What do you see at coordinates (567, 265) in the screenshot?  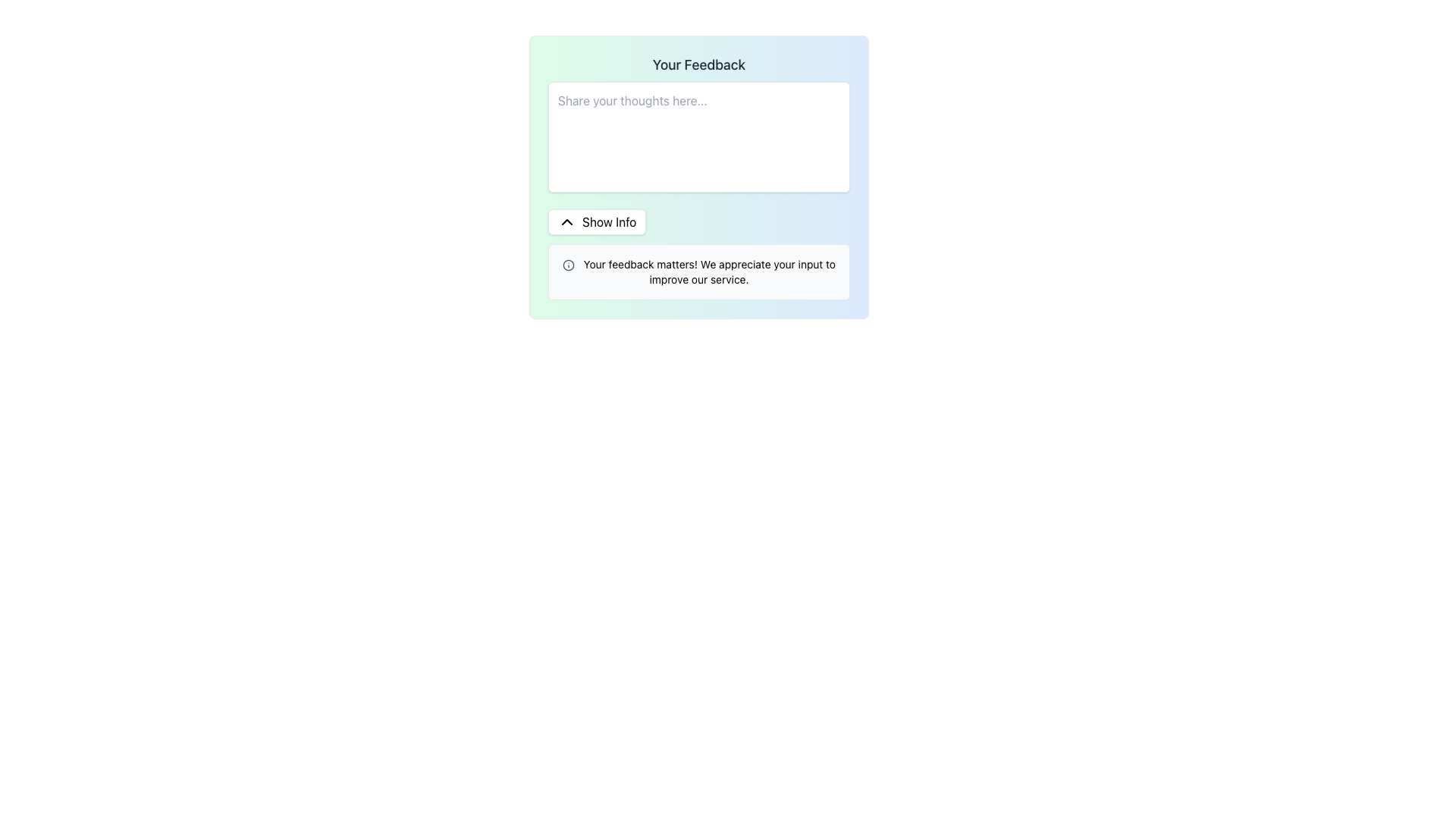 I see `the circular icon with a hollow circle located in the upper-right region of the feedback form interface` at bounding box center [567, 265].